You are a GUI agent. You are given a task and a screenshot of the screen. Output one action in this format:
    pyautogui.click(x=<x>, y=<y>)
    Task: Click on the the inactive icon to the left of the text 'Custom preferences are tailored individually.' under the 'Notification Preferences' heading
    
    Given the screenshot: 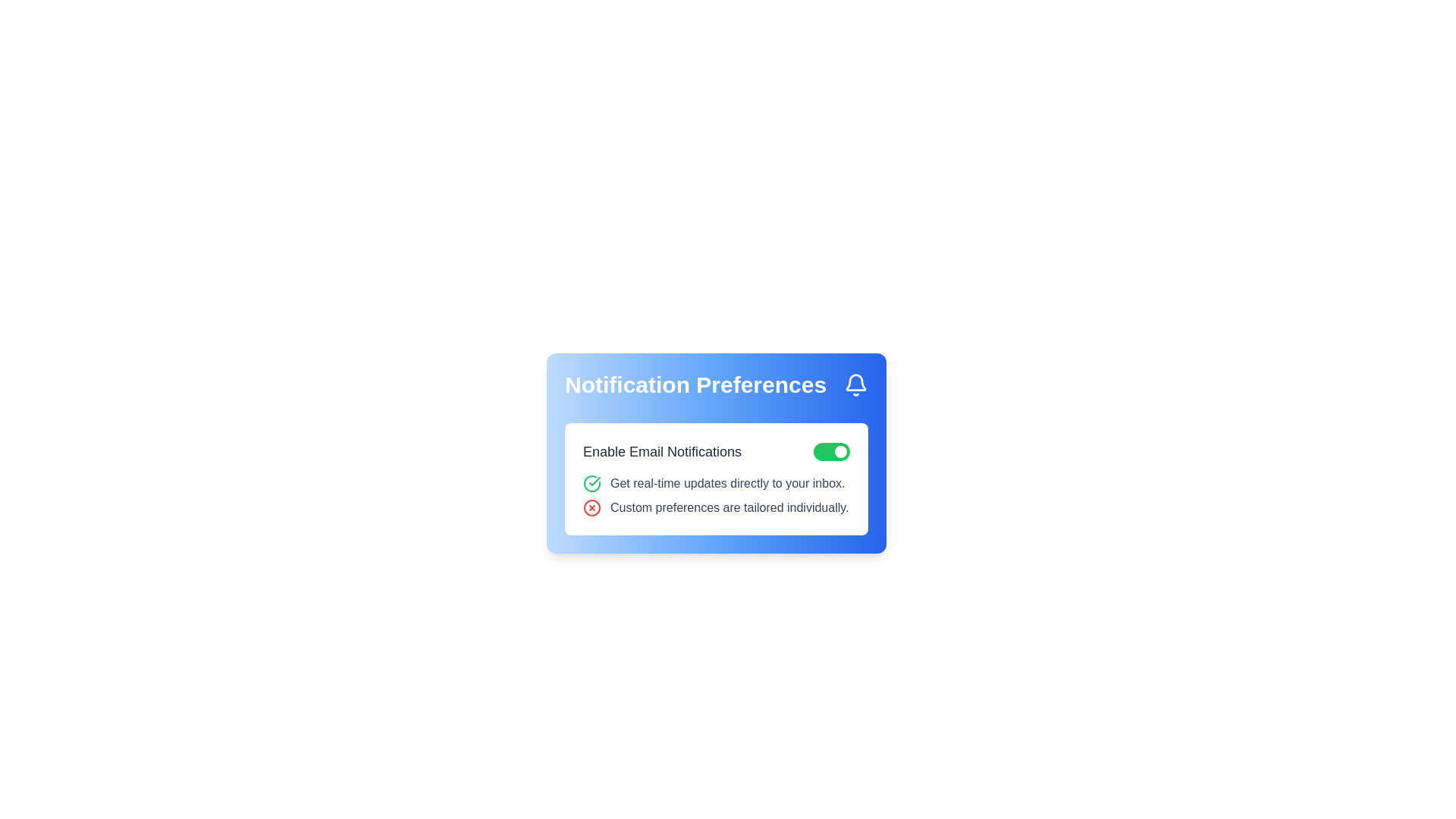 What is the action you would take?
    pyautogui.click(x=591, y=508)
    